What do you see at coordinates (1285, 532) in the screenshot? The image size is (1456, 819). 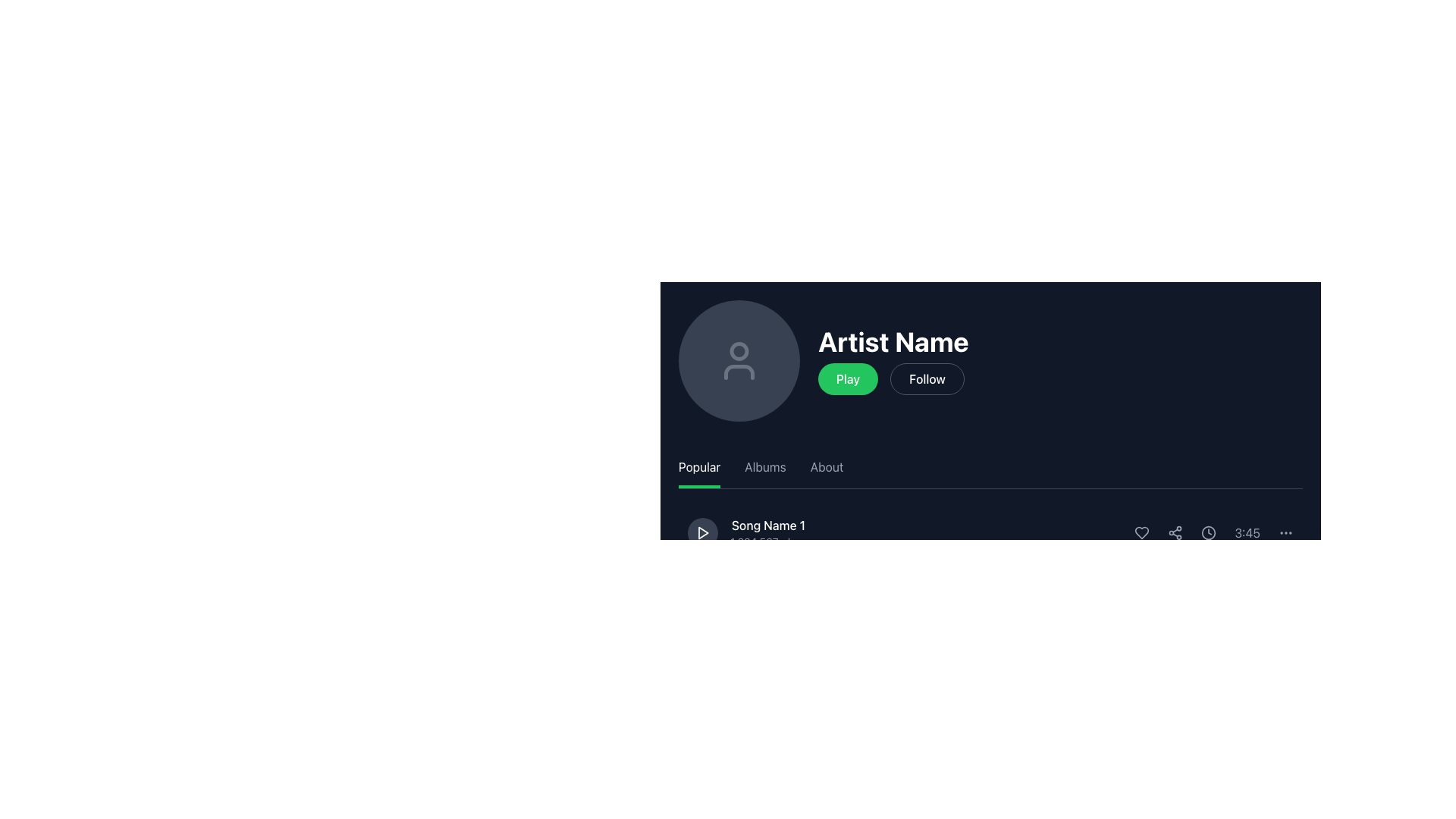 I see `the Icon button located at the bottom right corner of the interface, adjacent to the timestamp '3:45', which triggers additional actions or options` at bounding box center [1285, 532].